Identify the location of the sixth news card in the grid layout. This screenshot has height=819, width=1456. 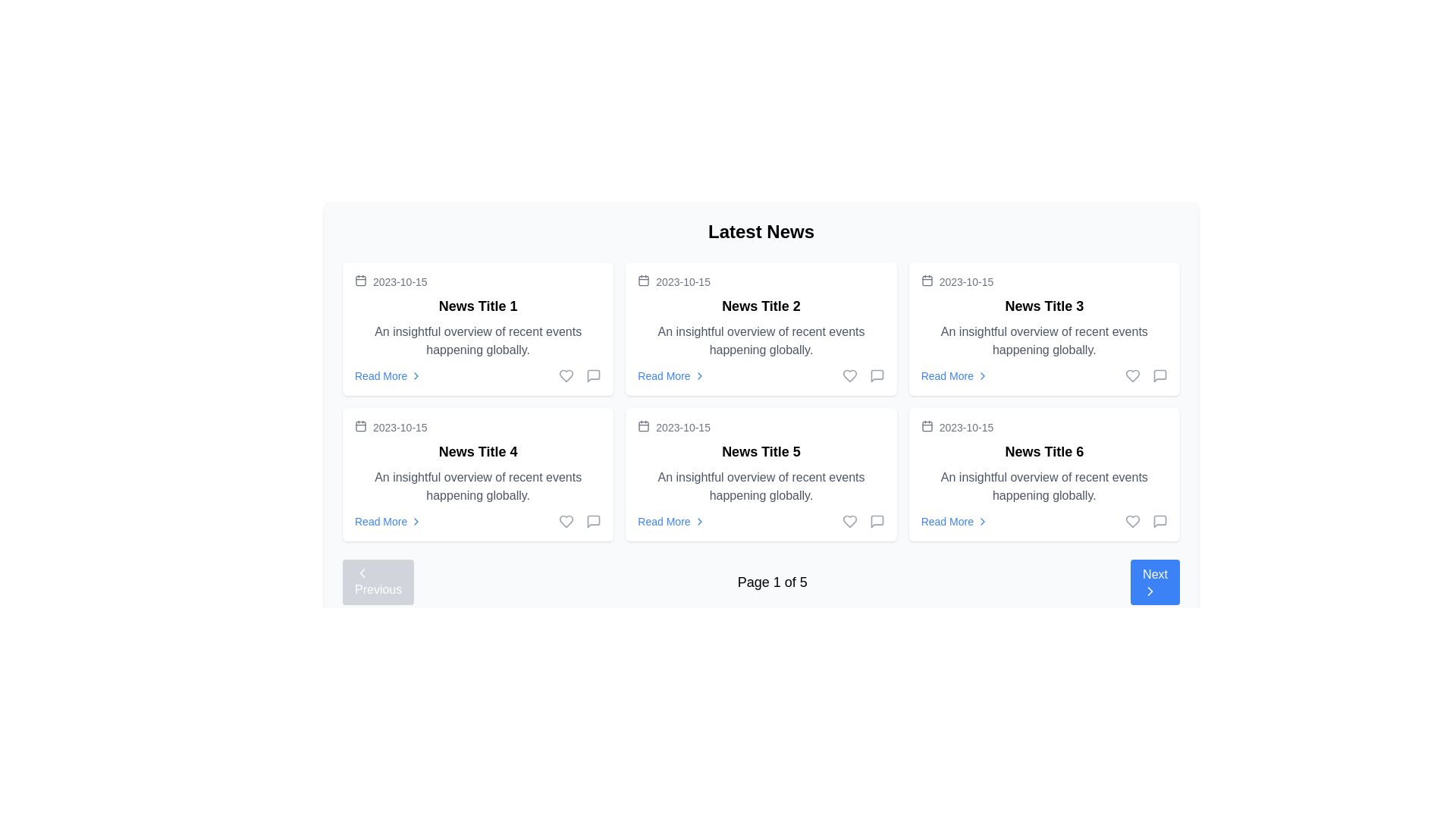
(1043, 473).